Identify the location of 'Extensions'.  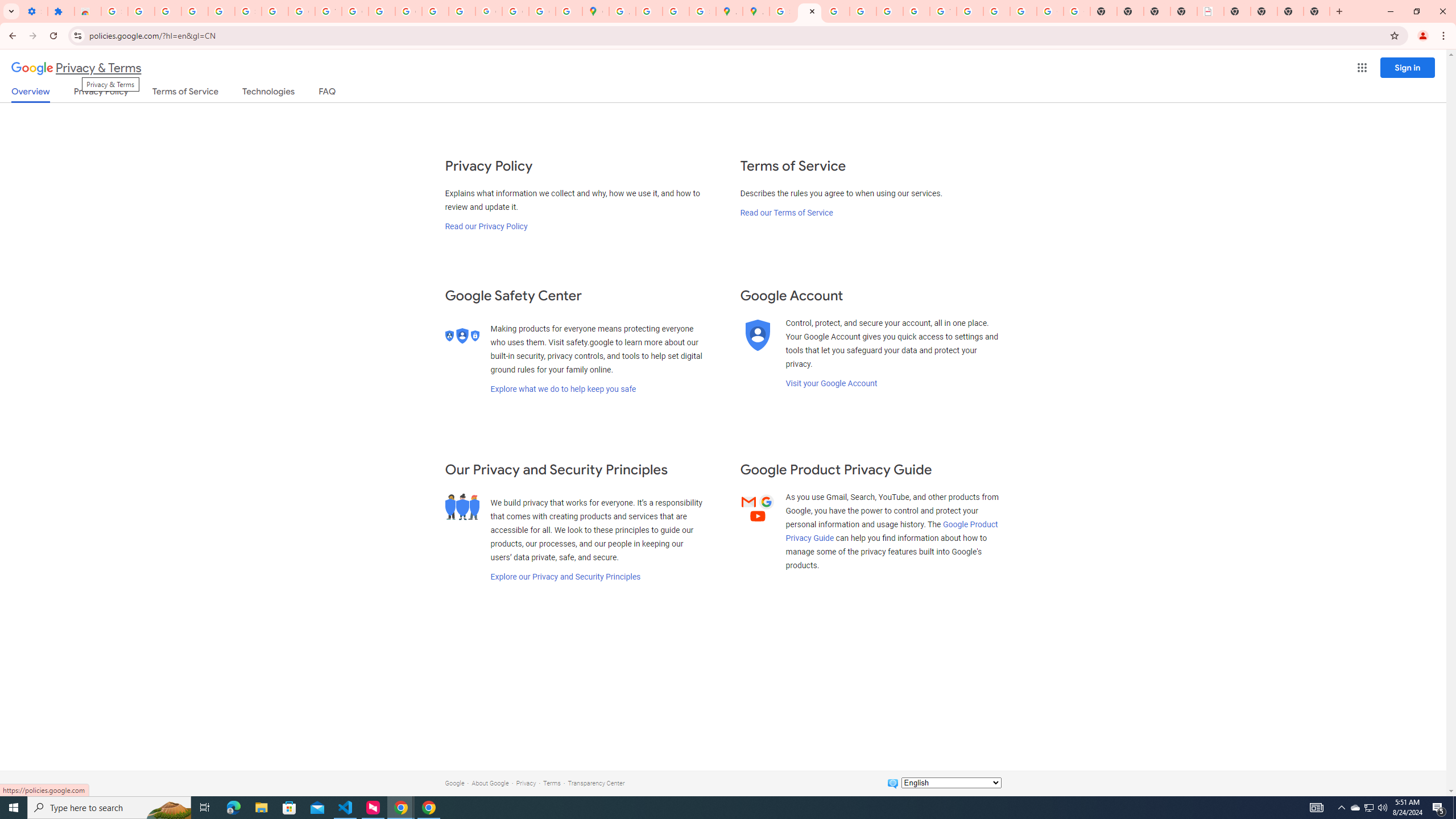
(60, 11).